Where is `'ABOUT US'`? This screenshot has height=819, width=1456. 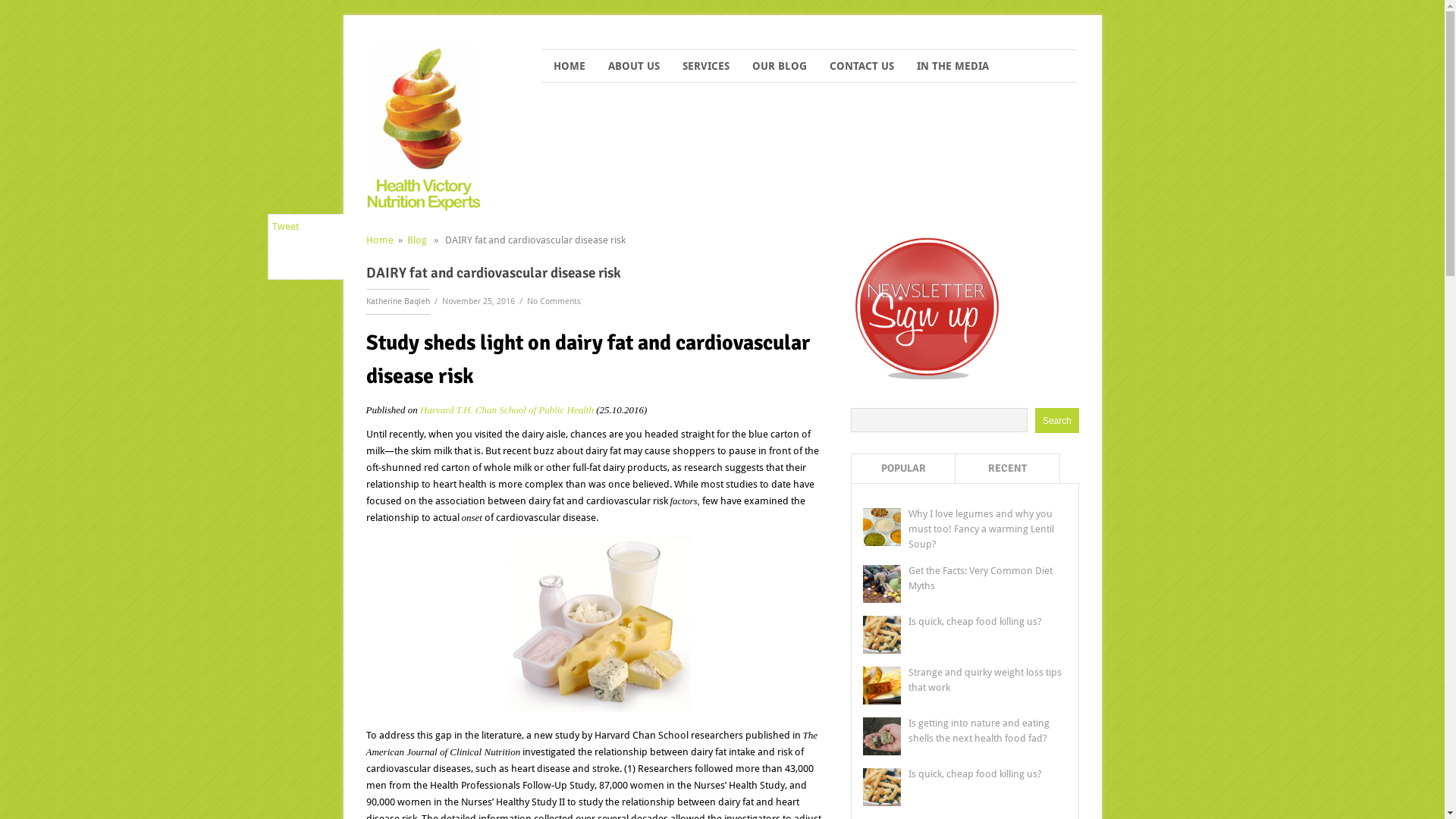
'ABOUT US' is located at coordinates (633, 65).